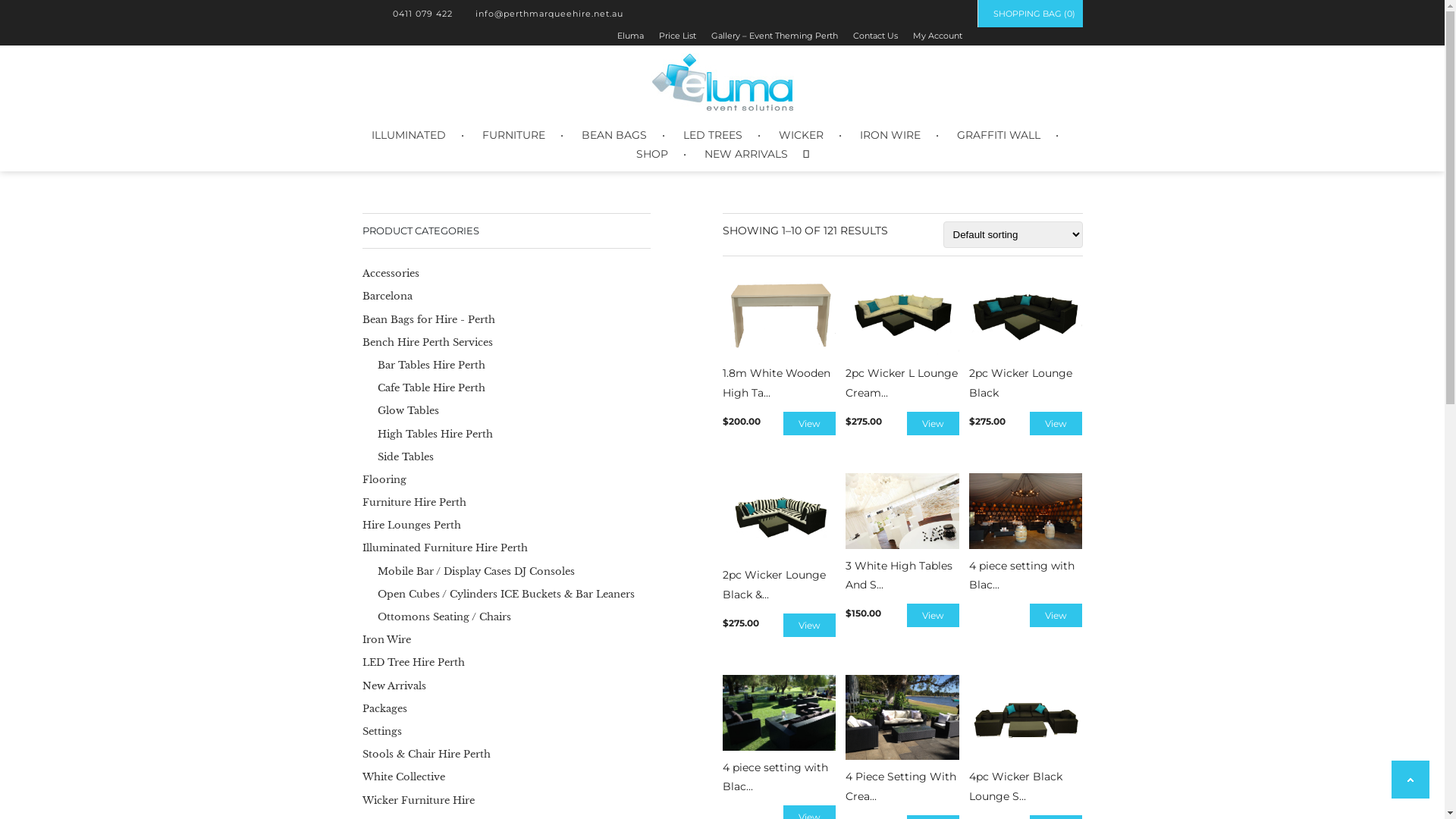 This screenshot has width=1456, height=819. Describe the element at coordinates (431, 365) in the screenshot. I see `'Bar Tables Hire Perth'` at that location.